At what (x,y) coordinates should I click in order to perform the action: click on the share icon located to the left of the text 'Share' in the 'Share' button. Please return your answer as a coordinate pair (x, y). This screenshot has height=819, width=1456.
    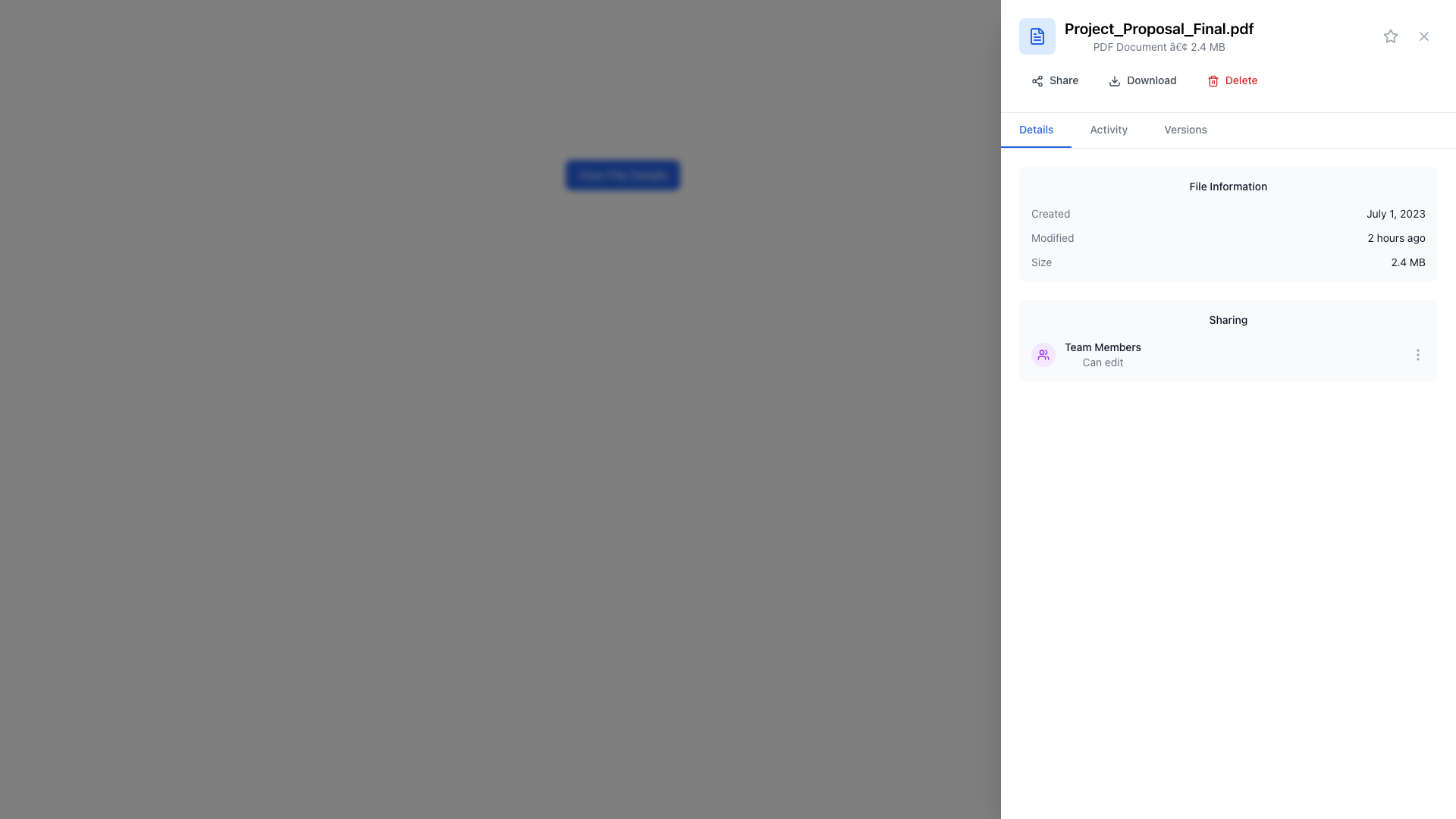
    Looking at the image, I should click on (1037, 81).